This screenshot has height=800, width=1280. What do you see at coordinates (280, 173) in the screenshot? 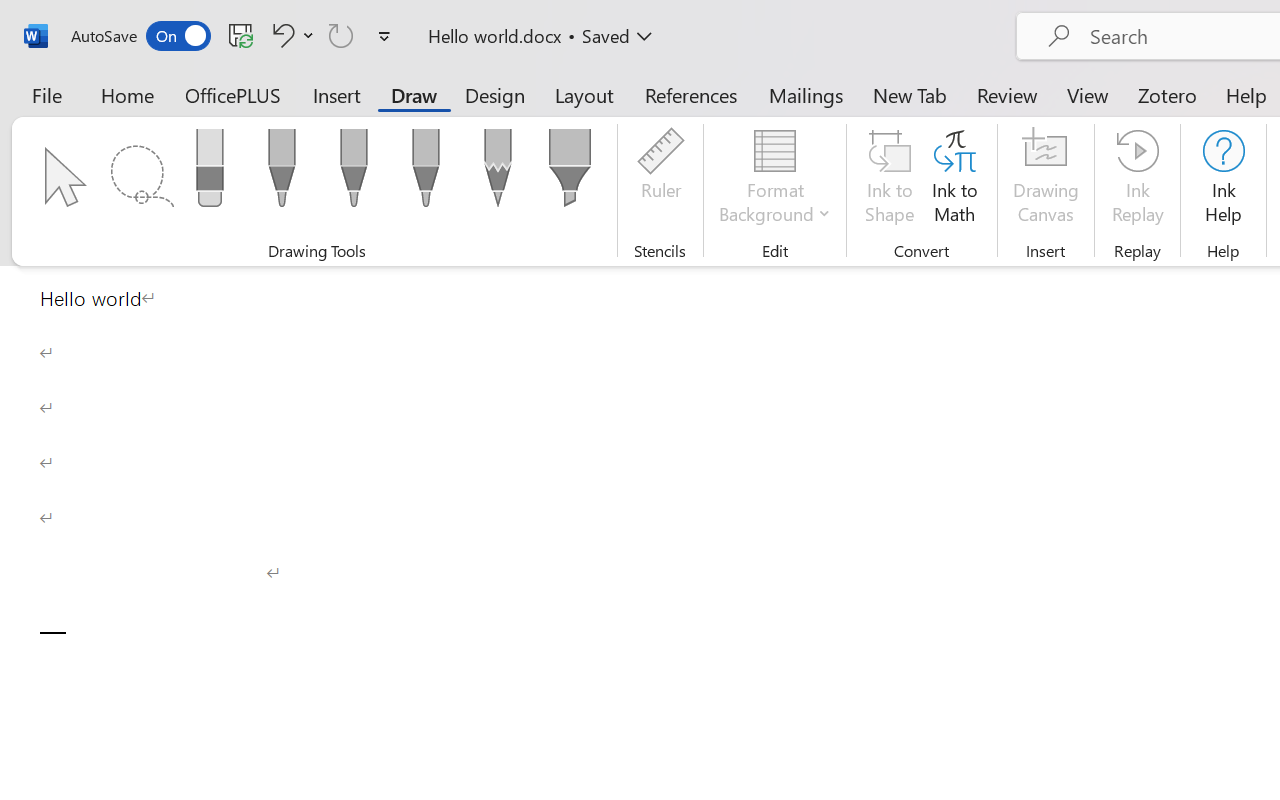
I see `'Pen: Black, 0.5 mm'` at bounding box center [280, 173].